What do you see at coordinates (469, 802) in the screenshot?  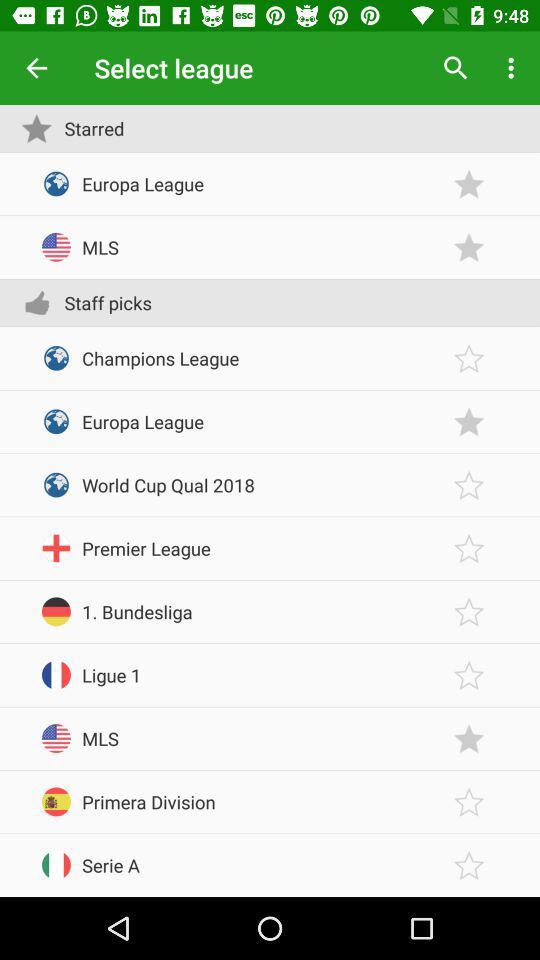 I see `would favorite primera division` at bounding box center [469, 802].